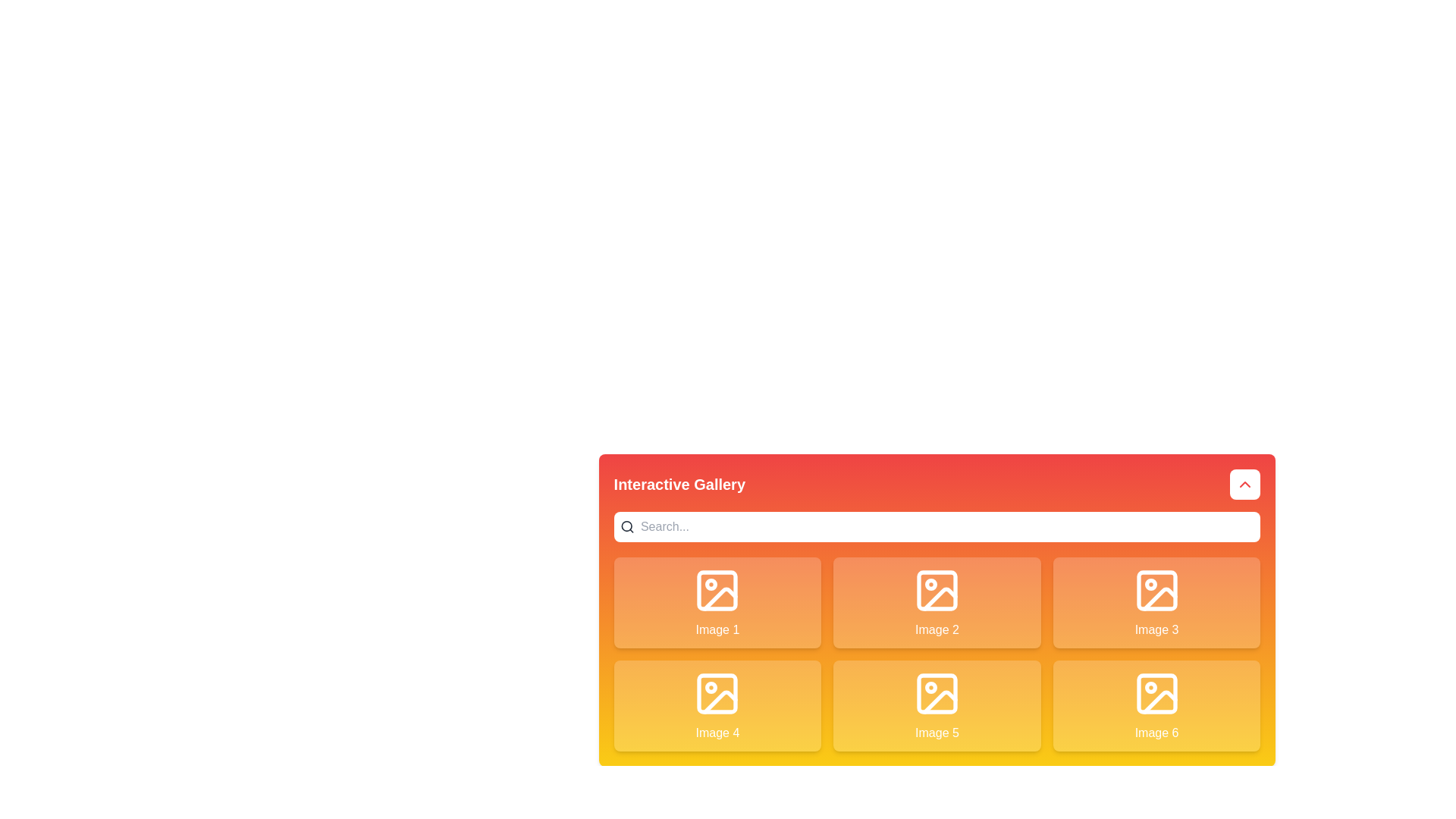  What do you see at coordinates (936, 485) in the screenshot?
I see `the Header bar of the gallery component to focus it` at bounding box center [936, 485].